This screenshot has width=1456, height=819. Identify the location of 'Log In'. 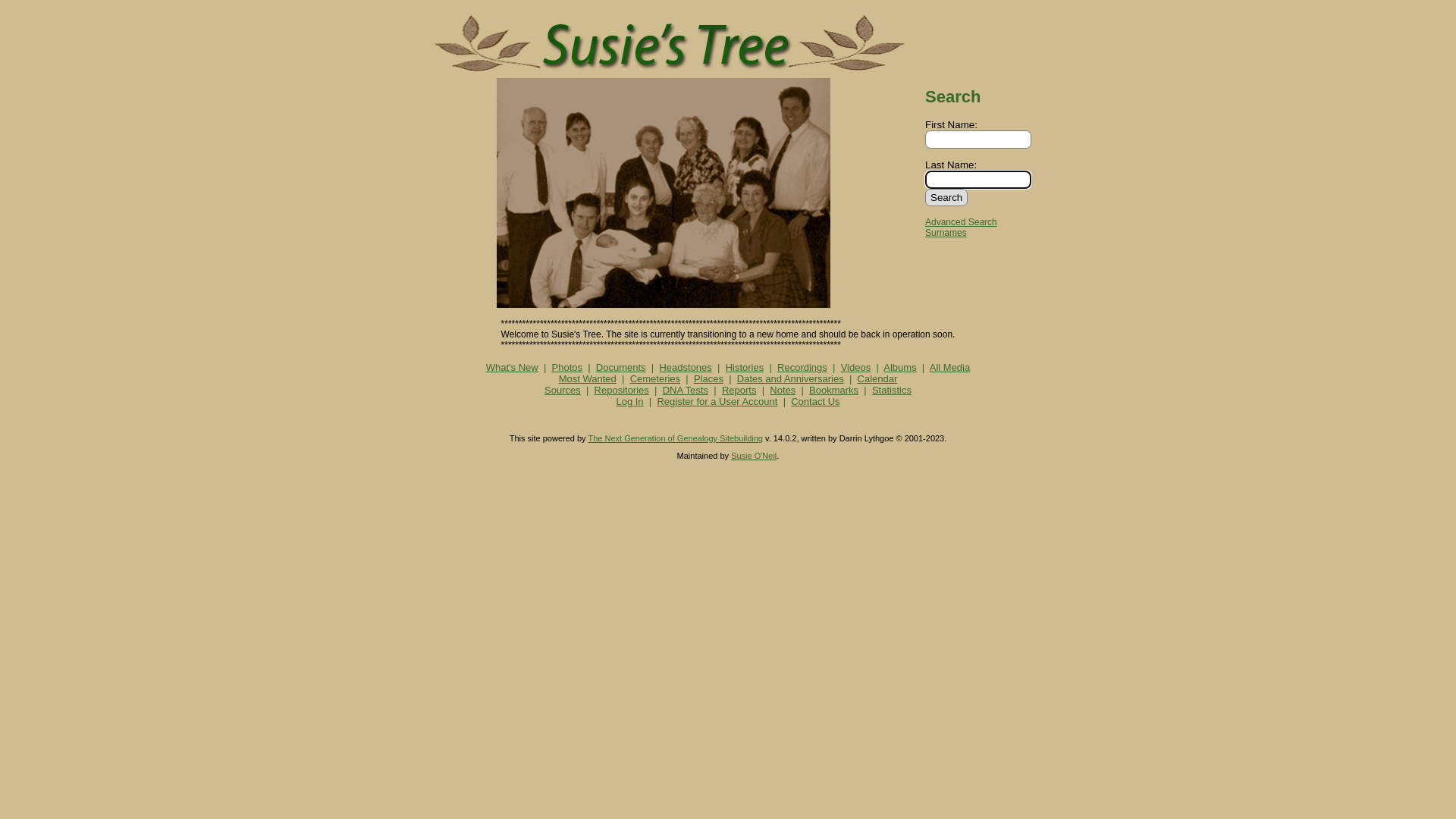
(629, 400).